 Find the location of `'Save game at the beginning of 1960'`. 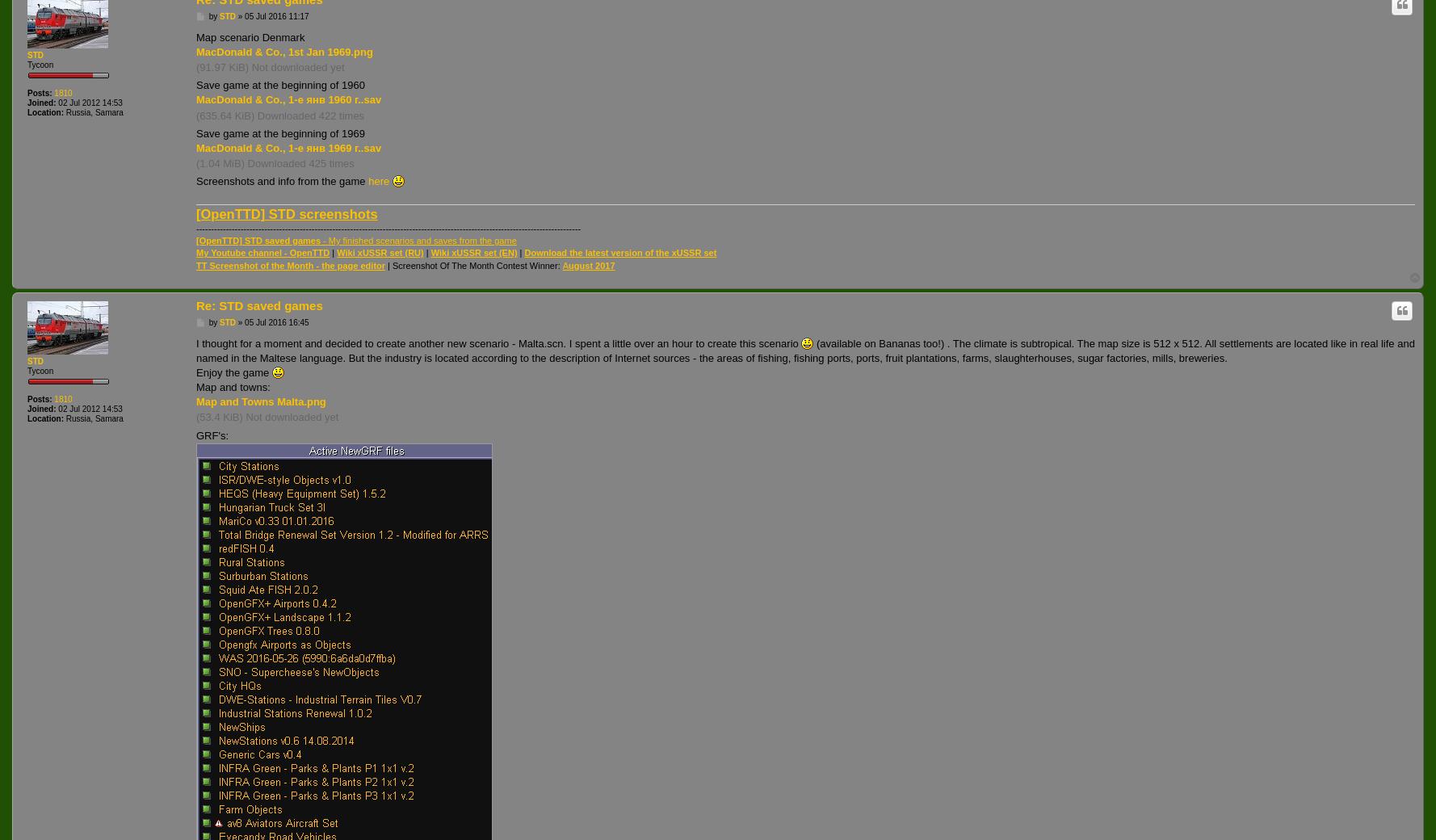

'Save game at the beginning of 1960' is located at coordinates (195, 84).